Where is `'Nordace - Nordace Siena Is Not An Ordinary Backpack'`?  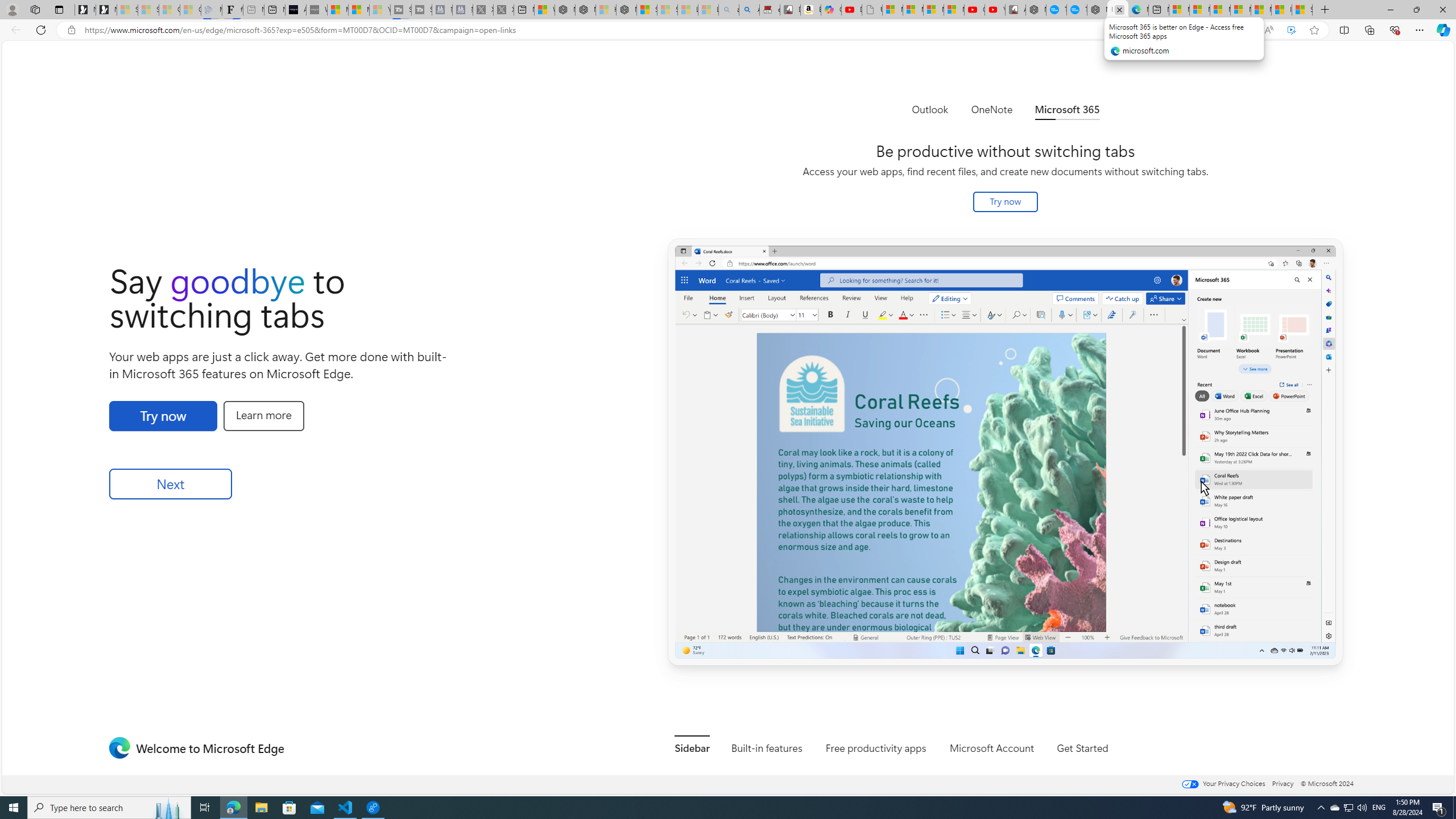 'Nordace - Nordace Siena Is Not An Ordinary Backpack' is located at coordinates (626, 9).